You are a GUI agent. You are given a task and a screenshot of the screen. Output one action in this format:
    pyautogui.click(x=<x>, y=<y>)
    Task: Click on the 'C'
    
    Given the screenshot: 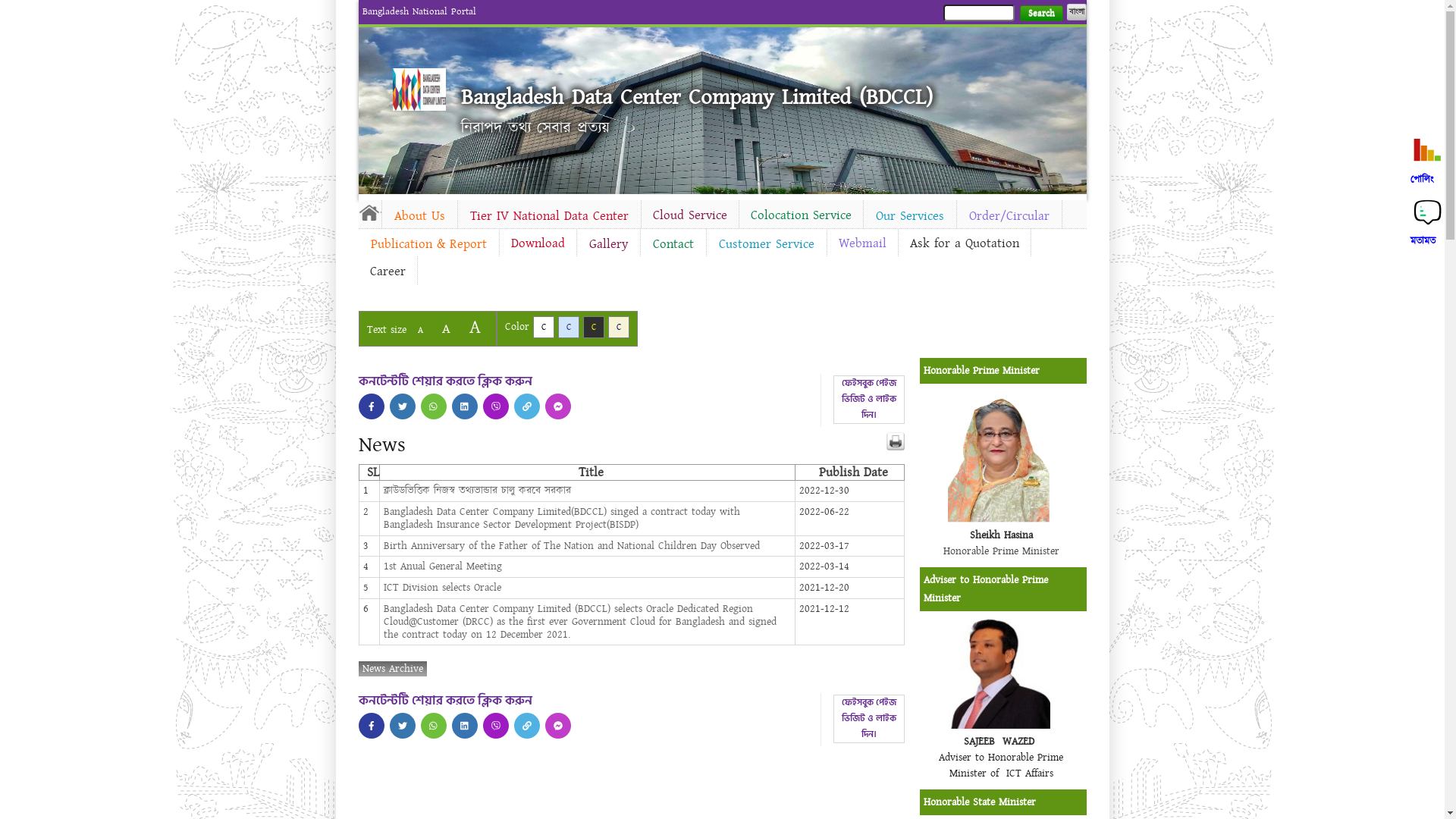 What is the action you would take?
    pyautogui.click(x=567, y=326)
    